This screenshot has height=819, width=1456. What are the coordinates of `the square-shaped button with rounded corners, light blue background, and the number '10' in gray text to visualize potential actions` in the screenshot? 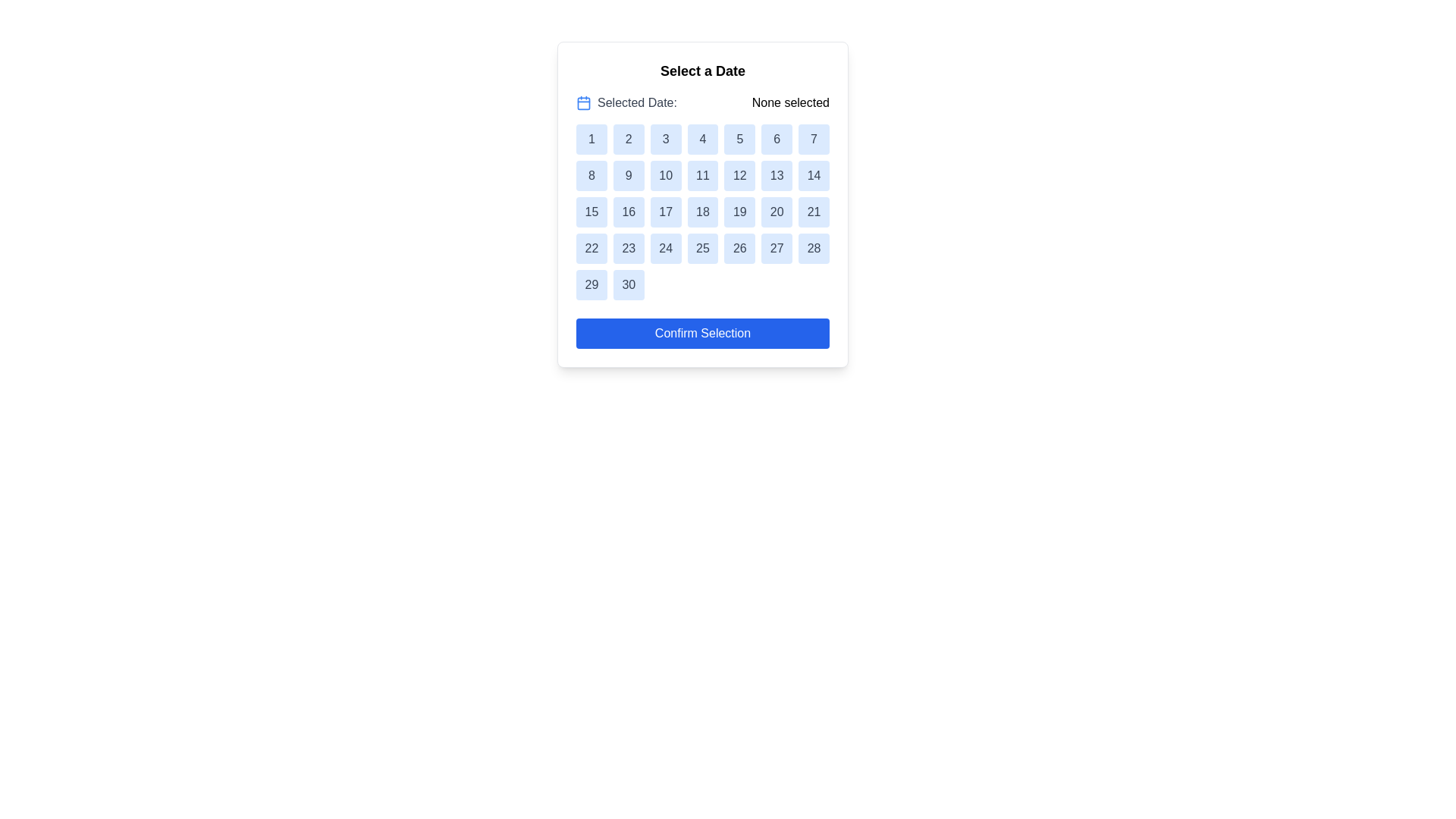 It's located at (666, 174).